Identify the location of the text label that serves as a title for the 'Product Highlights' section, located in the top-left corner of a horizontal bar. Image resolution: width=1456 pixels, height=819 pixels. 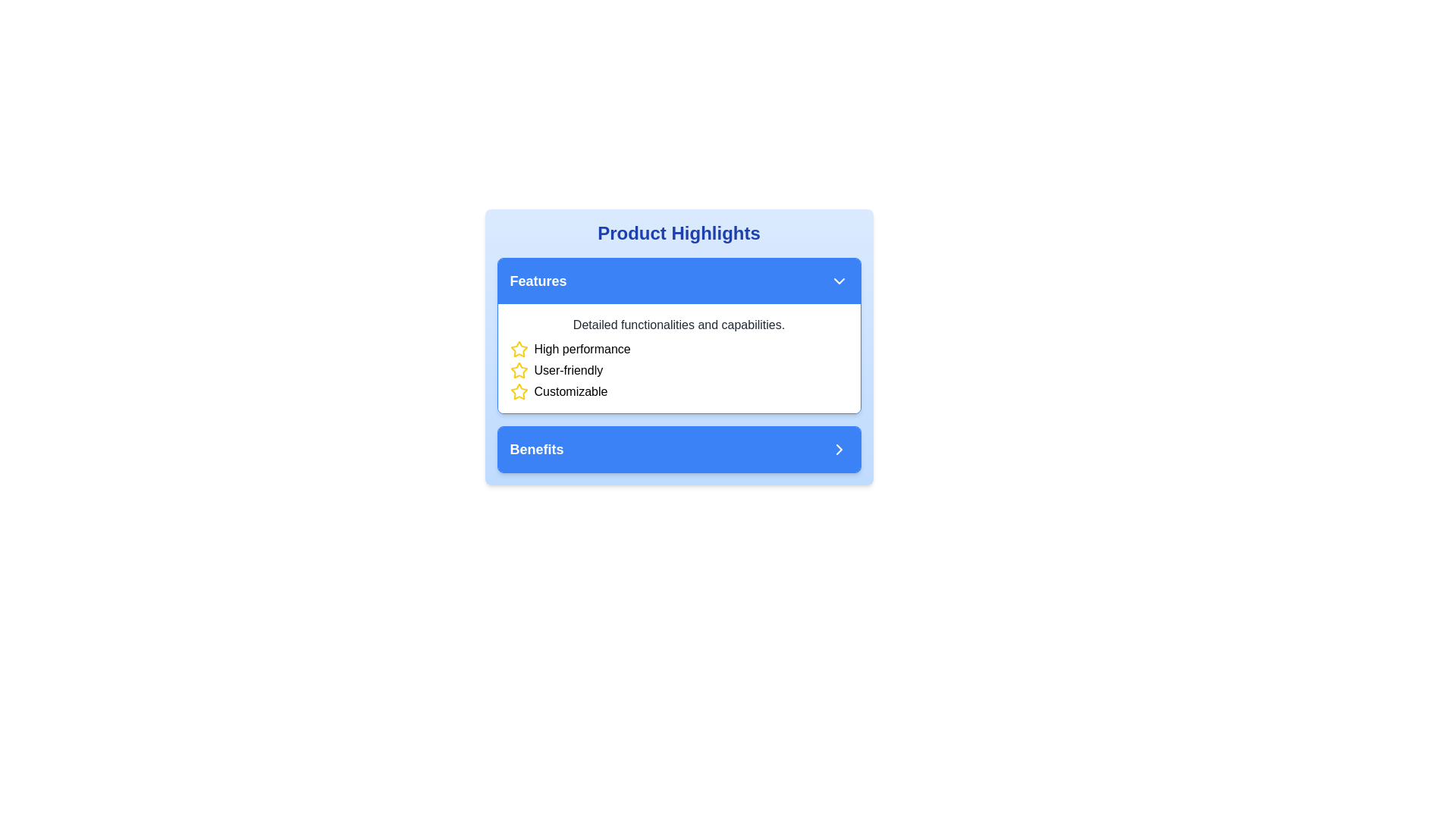
(538, 281).